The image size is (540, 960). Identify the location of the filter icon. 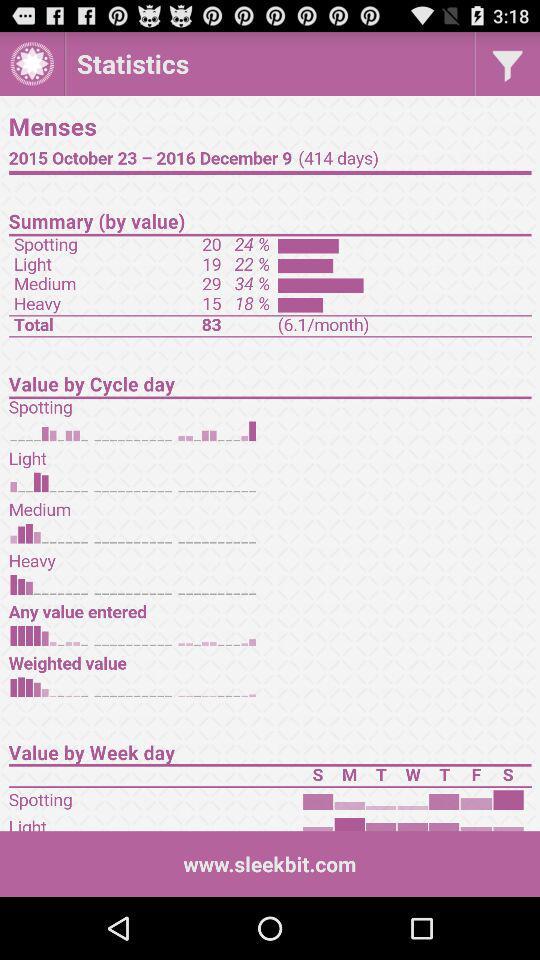
(507, 68).